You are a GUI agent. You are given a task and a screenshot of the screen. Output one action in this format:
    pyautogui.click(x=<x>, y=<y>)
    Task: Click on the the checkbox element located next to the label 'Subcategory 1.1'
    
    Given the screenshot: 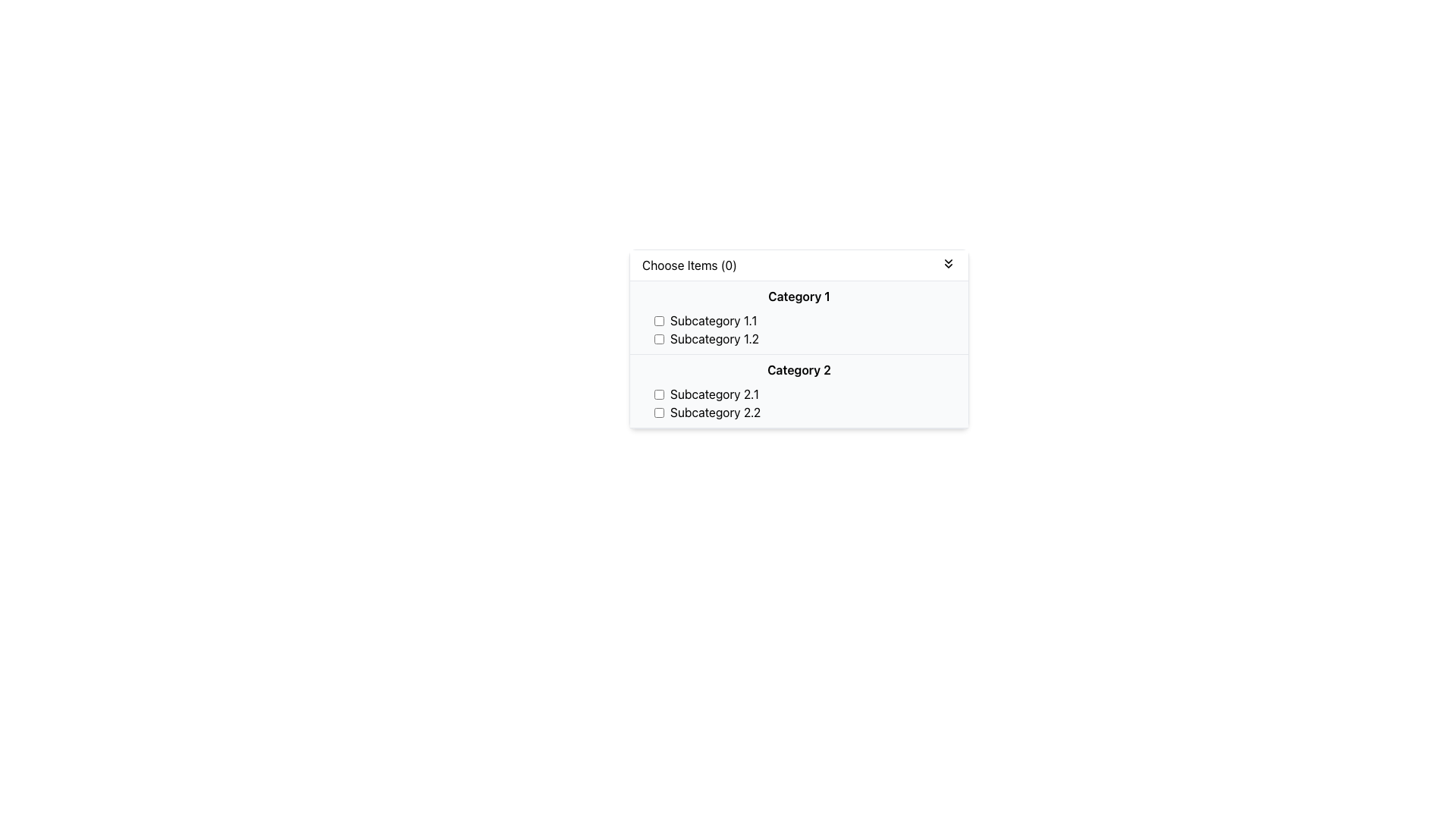 What is the action you would take?
    pyautogui.click(x=659, y=320)
    